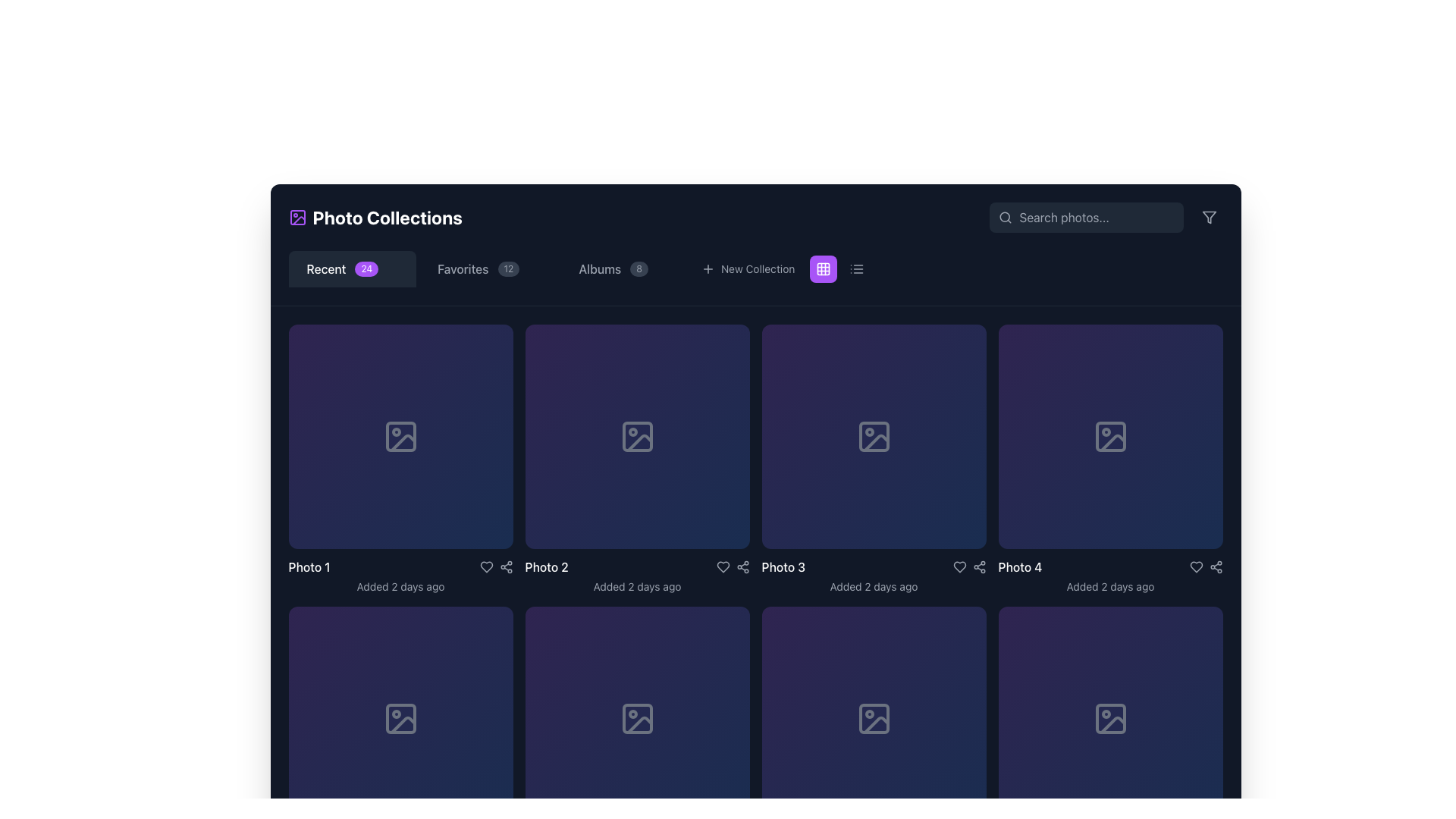 The width and height of the screenshot is (1456, 819). Describe the element at coordinates (309, 567) in the screenshot. I see `the static text label displaying 'Photo 1' in white, bold font located at the bottom-left of the first photo card` at that location.